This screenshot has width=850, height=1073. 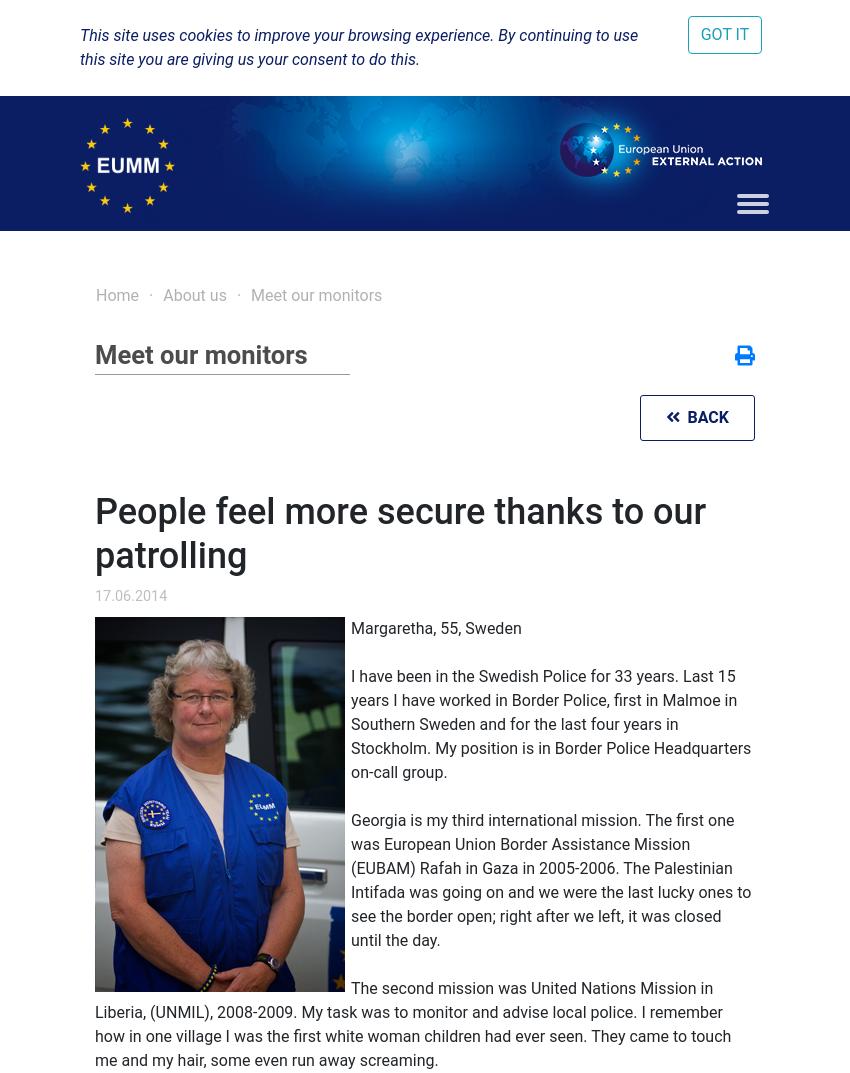 I want to click on 'GOT IT', so click(x=724, y=33).